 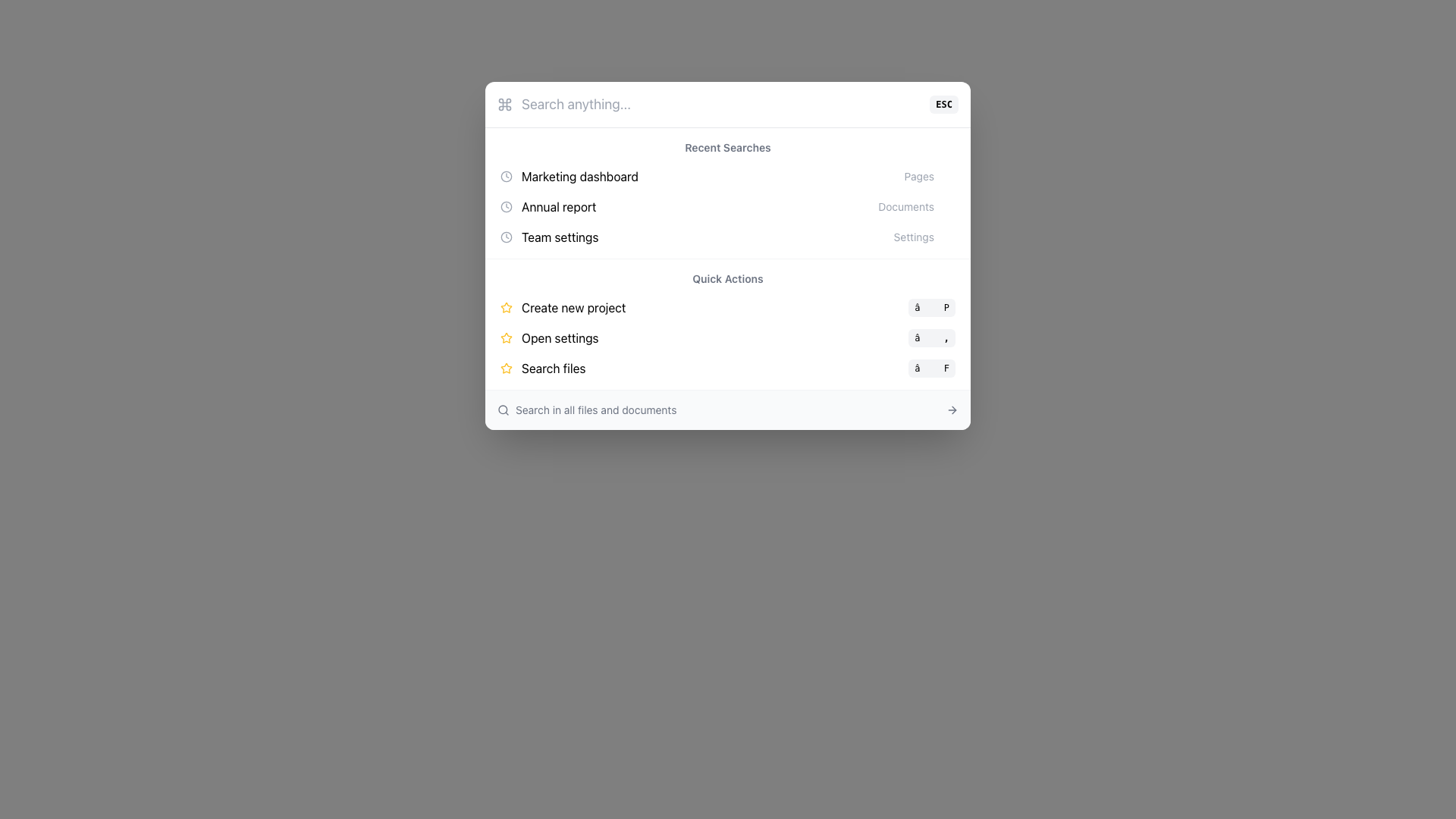 What do you see at coordinates (503, 409) in the screenshot?
I see `the circular graphic element that is part of the search icon, located near the upper-left corner of the pop-up window` at bounding box center [503, 409].